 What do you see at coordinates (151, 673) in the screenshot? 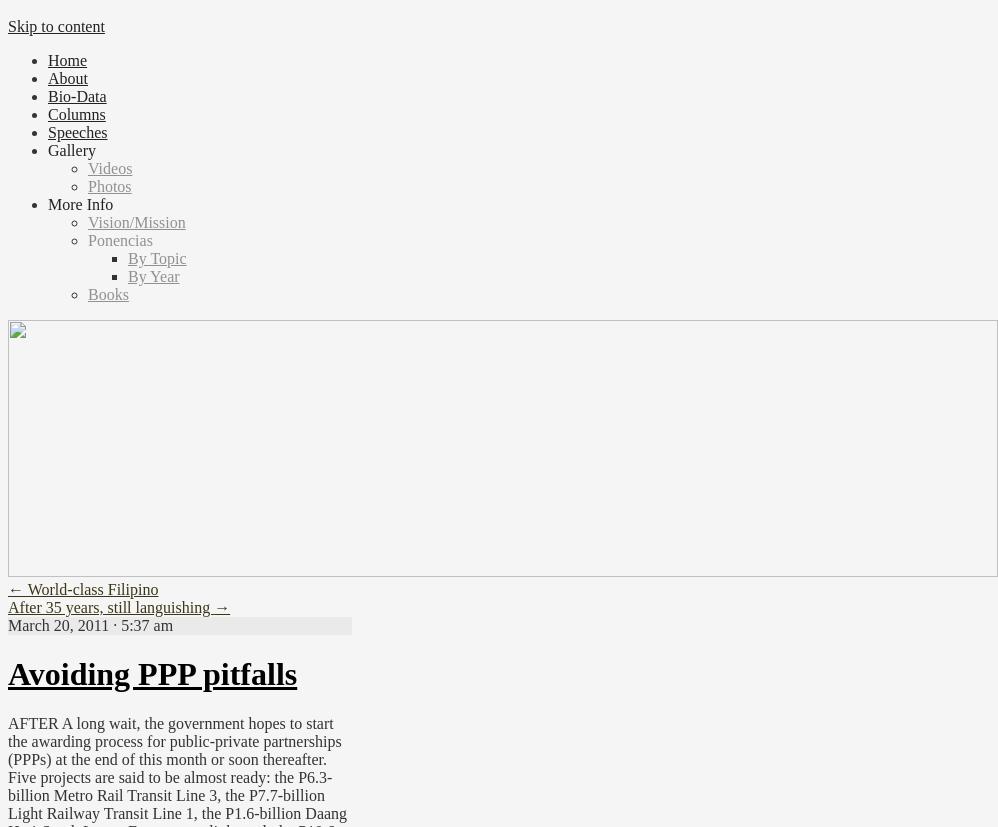
I see `'Avoiding PPP pitfalls'` at bounding box center [151, 673].